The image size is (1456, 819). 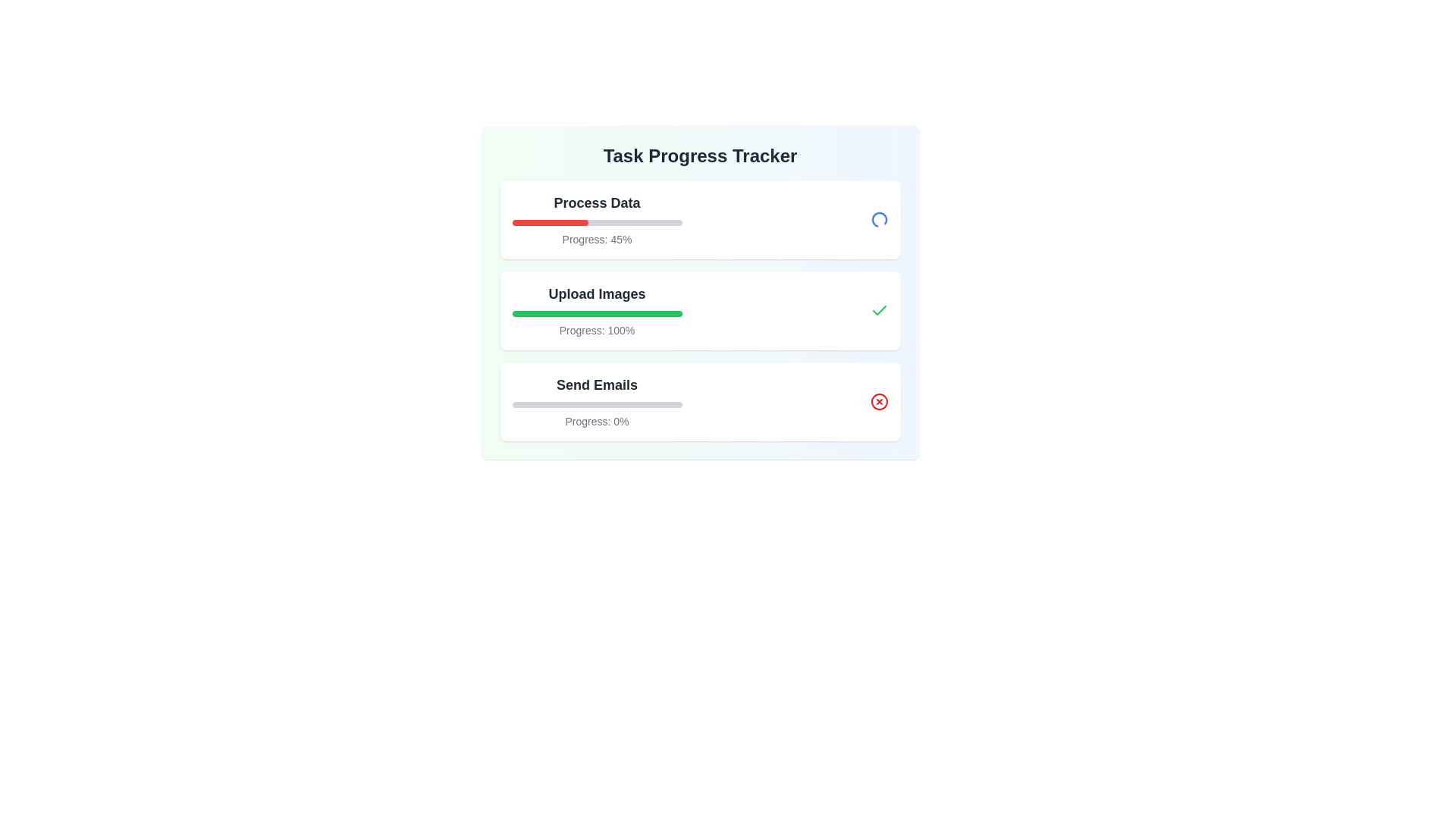 I want to click on the completion status icon located at the far right corner of the 'Upload Images' task card, which indicates that the 'Upload Images' task has been successfully finished, so click(x=879, y=309).